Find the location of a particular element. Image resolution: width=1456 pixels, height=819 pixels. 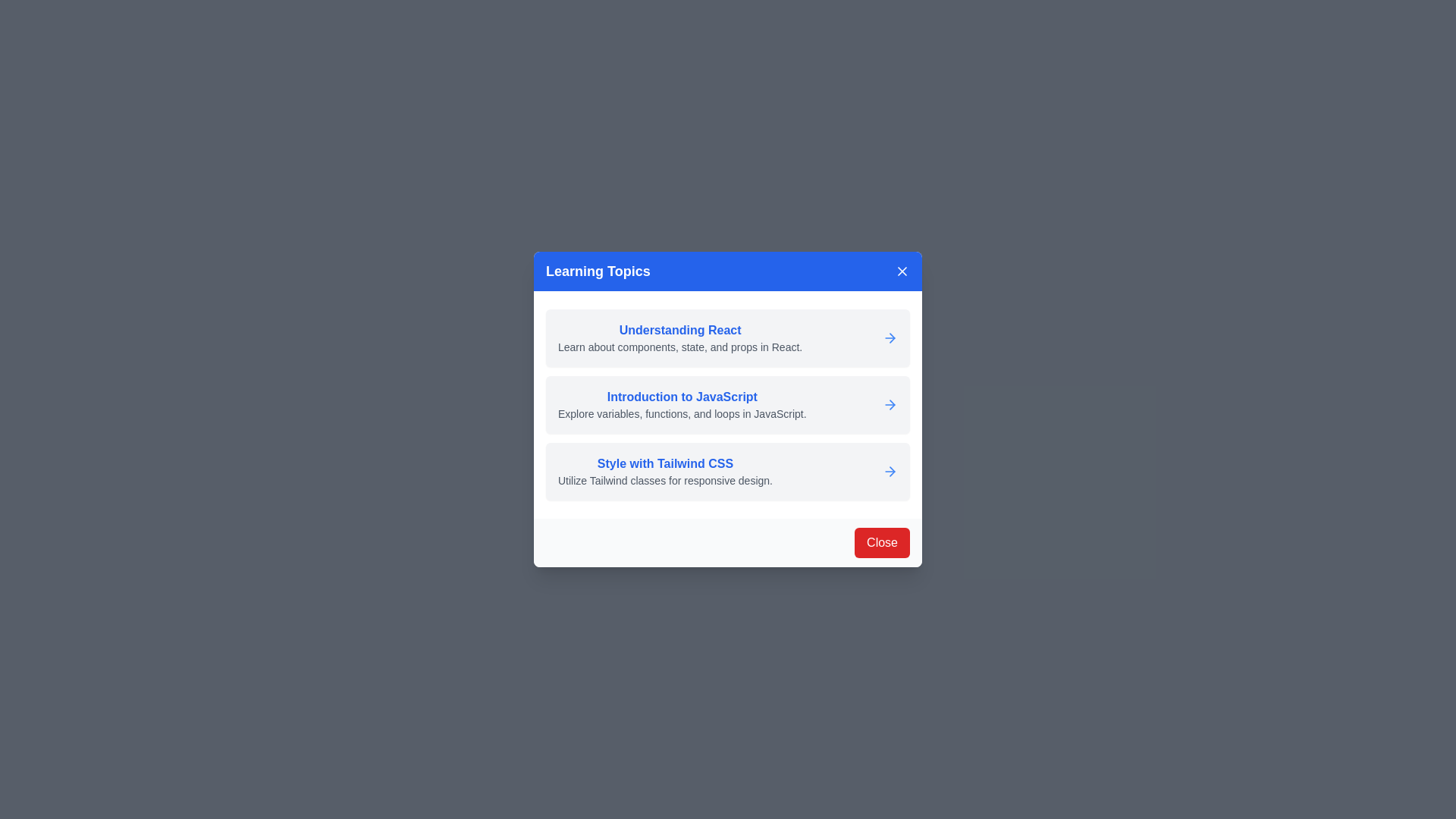

the short diagonal line forming part of the 'X' icon in the header of the 'Learning Topics' card is located at coordinates (902, 271).